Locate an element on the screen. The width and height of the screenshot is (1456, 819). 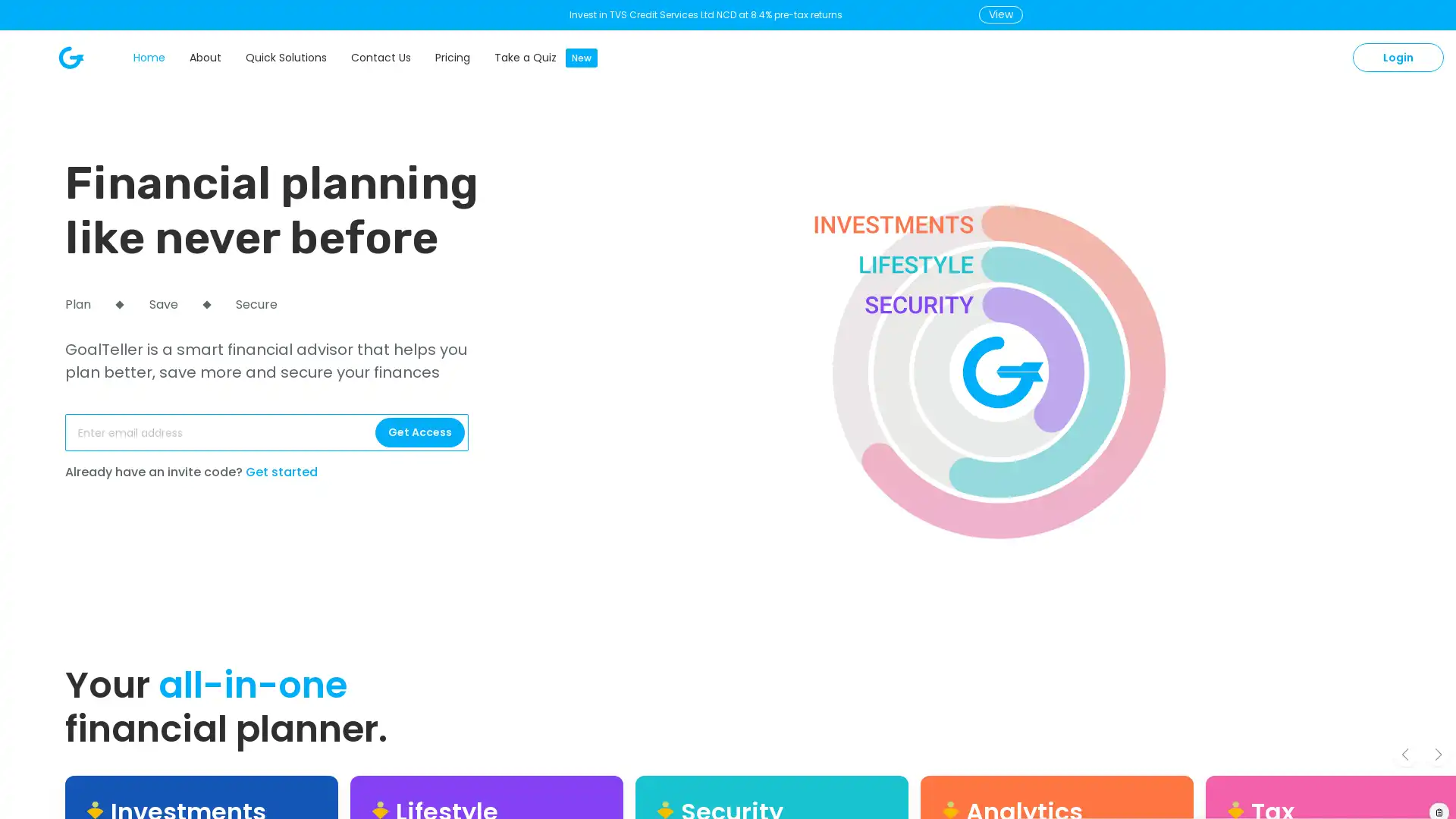
Get Access is located at coordinates (419, 432).